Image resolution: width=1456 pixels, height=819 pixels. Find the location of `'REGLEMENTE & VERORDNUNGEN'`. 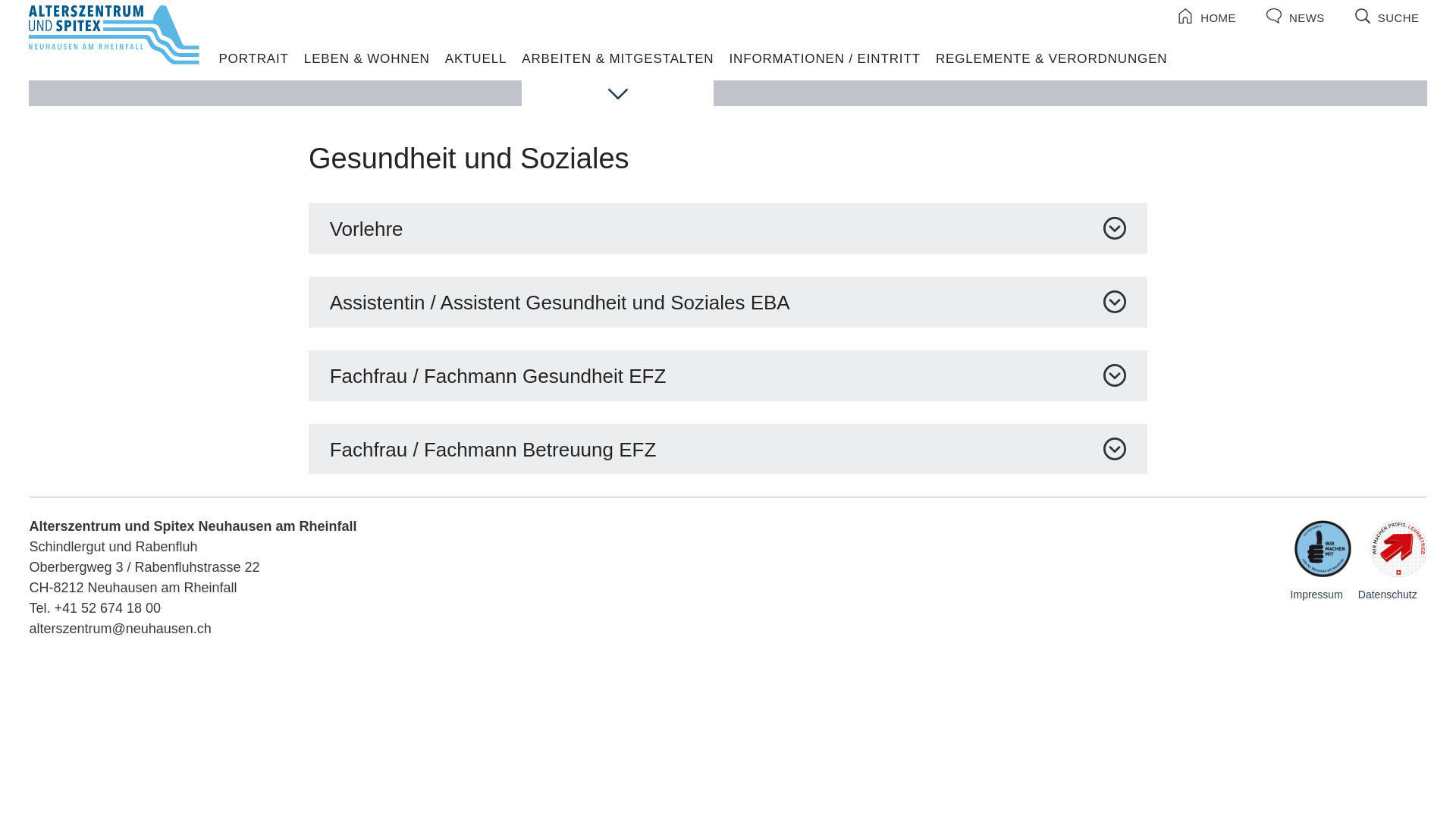

'REGLEMENTE & VERORDNUNGEN' is located at coordinates (1051, 58).